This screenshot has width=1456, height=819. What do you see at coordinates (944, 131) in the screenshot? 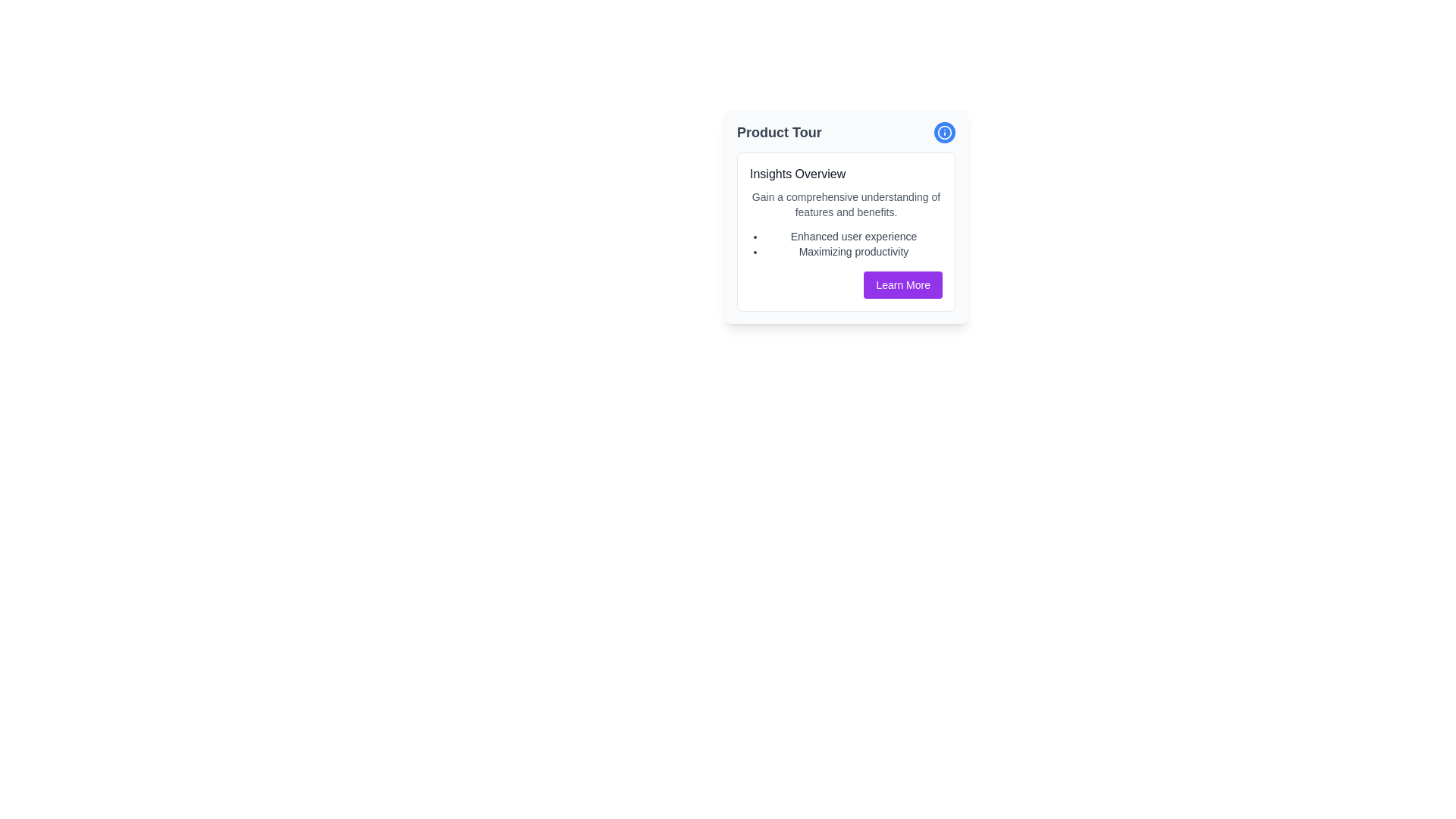
I see `the circular blue button with a white icon located next to the 'Product Tour' heading` at bounding box center [944, 131].